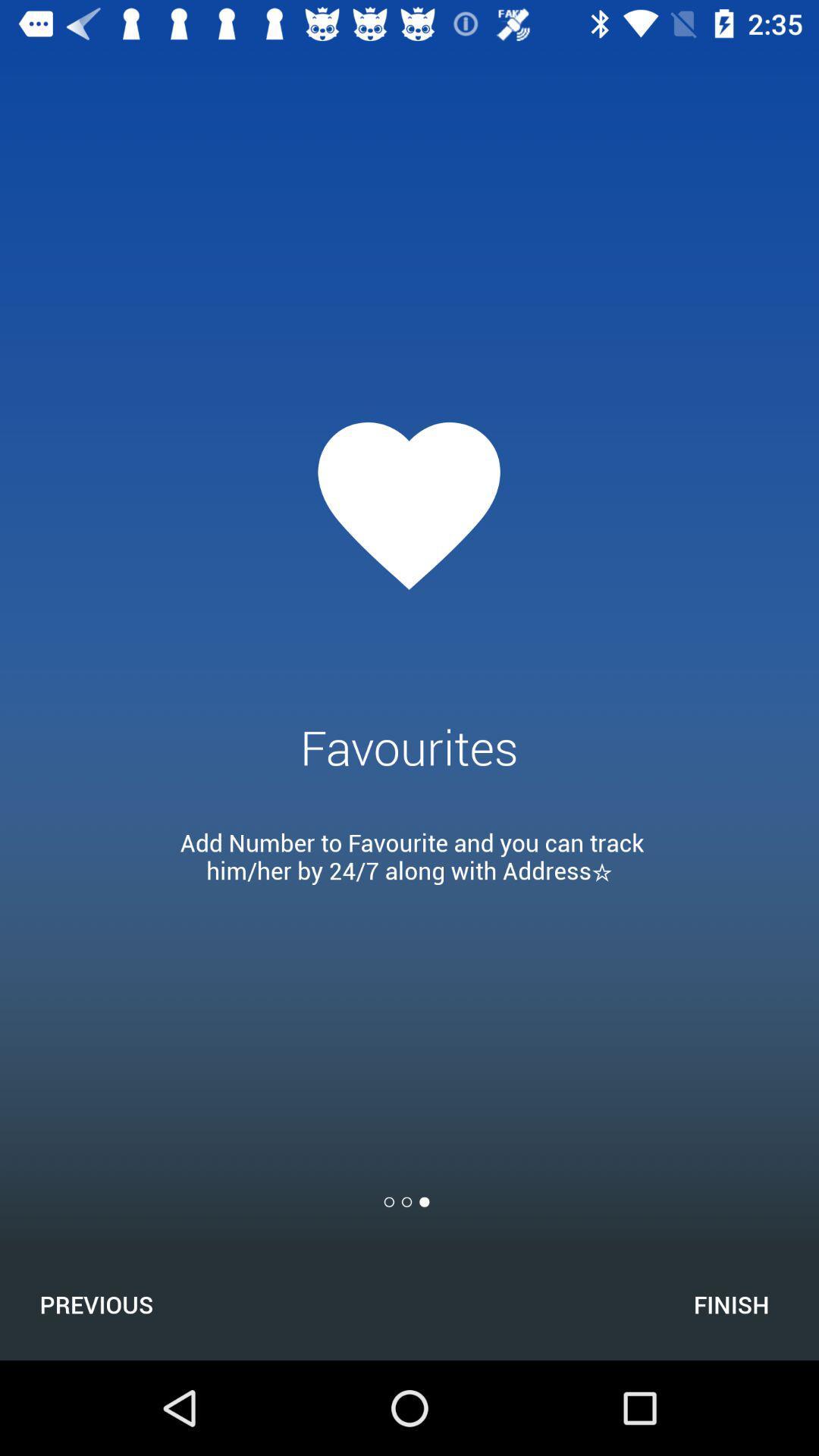 The image size is (819, 1456). Describe the element at coordinates (730, 1304) in the screenshot. I see `finish item` at that location.